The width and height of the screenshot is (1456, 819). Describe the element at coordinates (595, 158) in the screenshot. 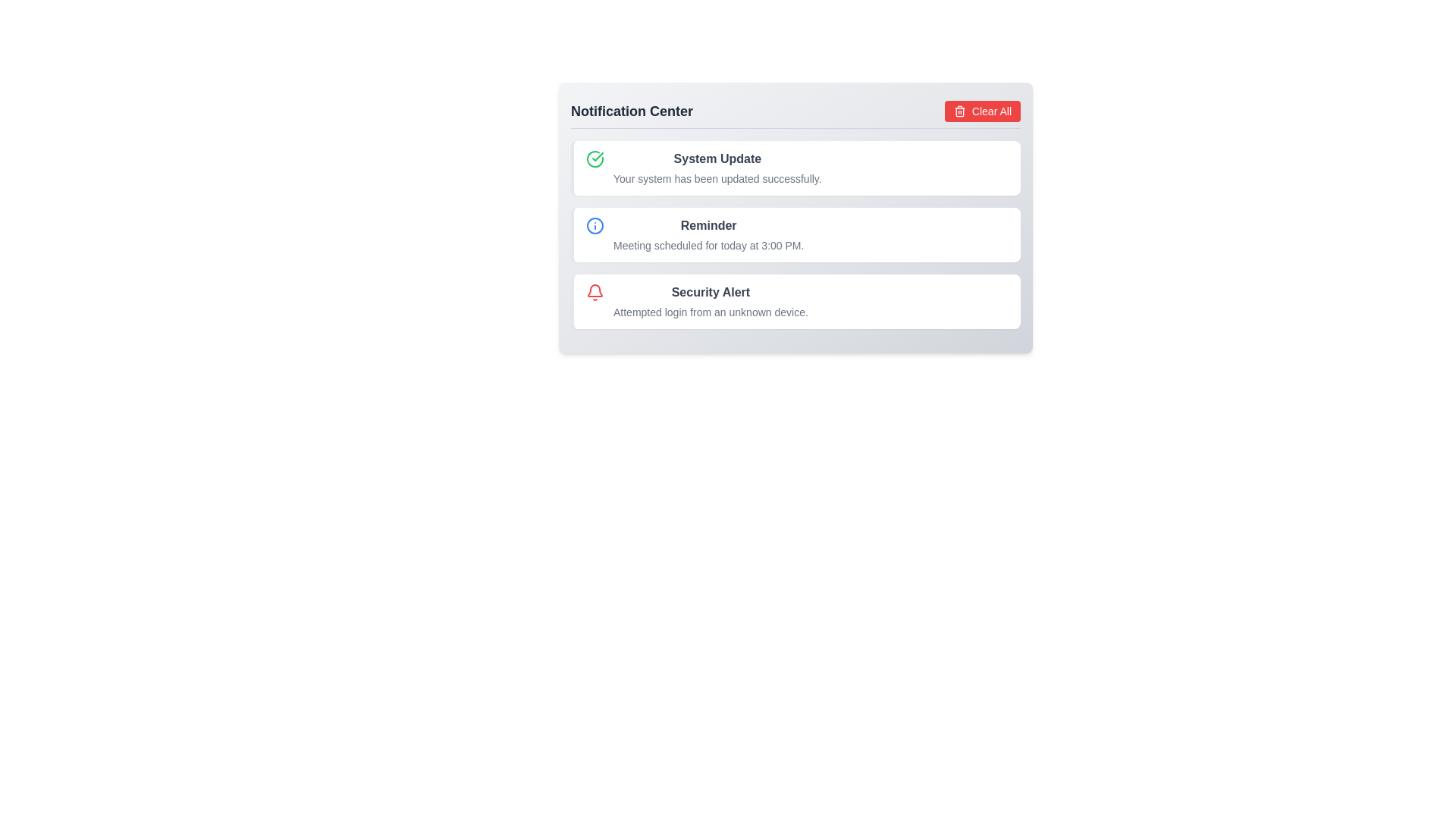

I see `the circular icon with a green border and checkmark next to the 'System Update' text in the notification panel` at that location.